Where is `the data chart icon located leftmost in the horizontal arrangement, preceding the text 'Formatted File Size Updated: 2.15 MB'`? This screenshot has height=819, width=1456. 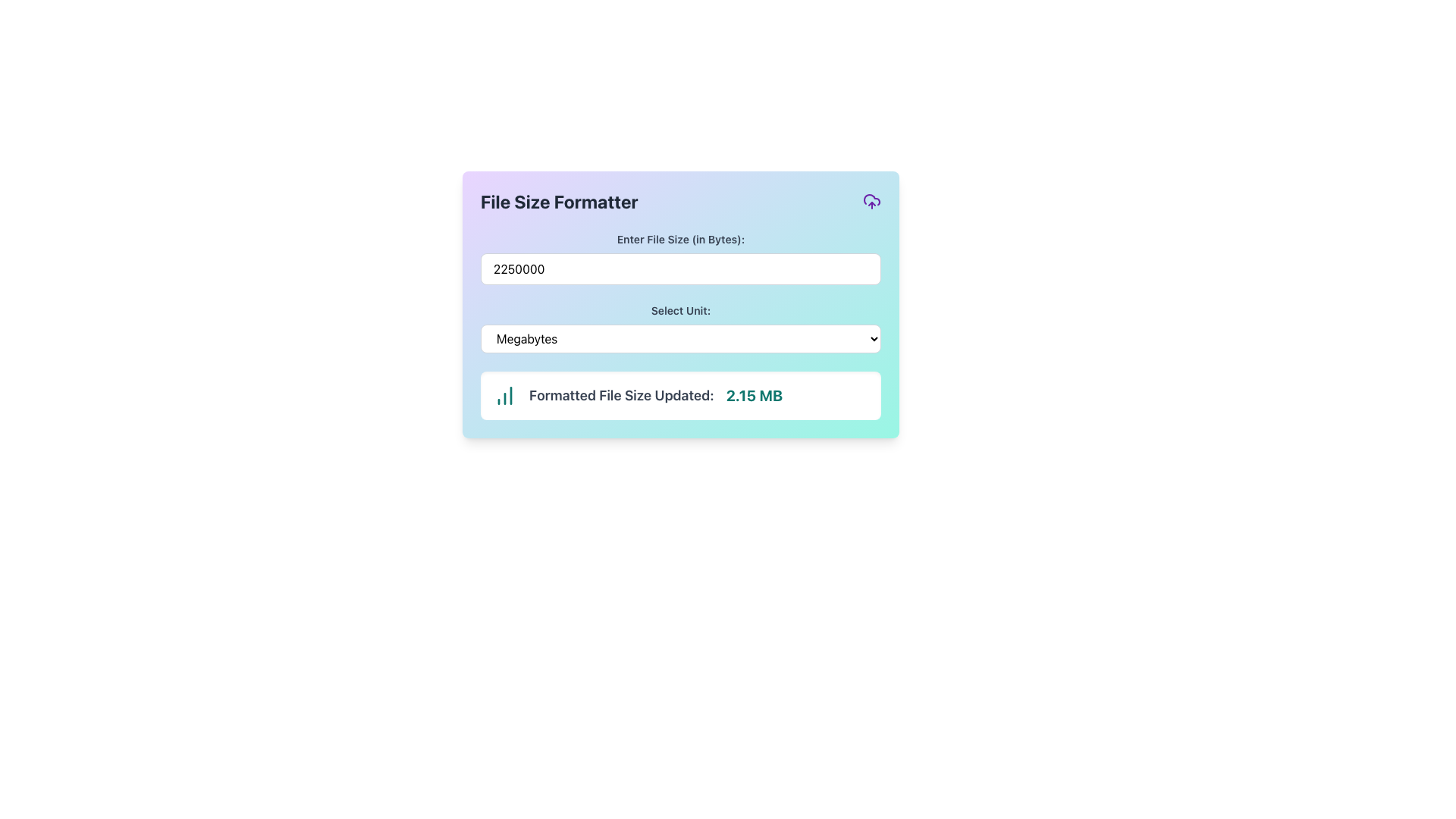
the data chart icon located leftmost in the horizontal arrangement, preceding the text 'Formatted File Size Updated: 2.15 MB' is located at coordinates (505, 394).